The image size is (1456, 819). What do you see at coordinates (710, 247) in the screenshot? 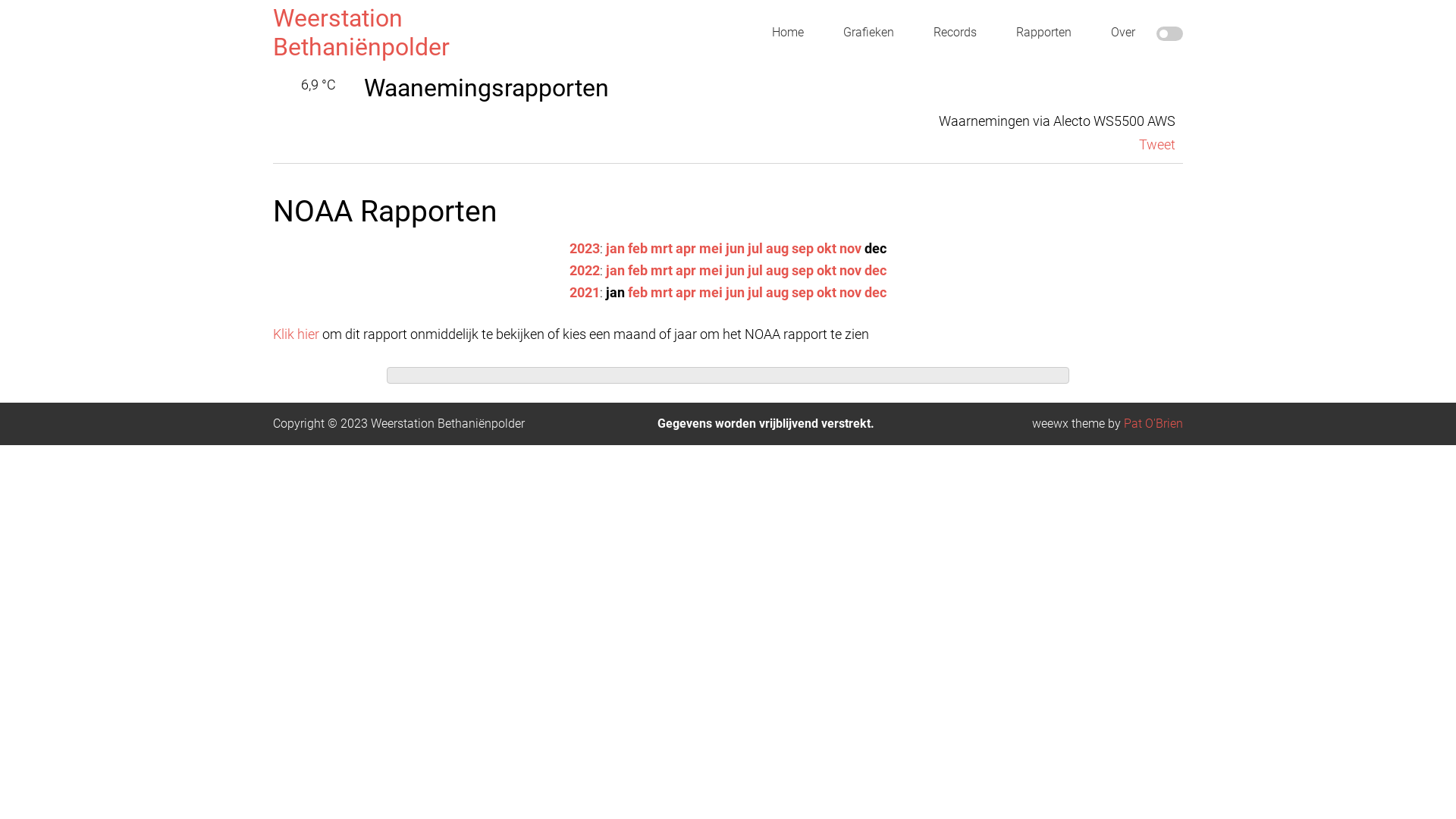
I see `'mei'` at bounding box center [710, 247].